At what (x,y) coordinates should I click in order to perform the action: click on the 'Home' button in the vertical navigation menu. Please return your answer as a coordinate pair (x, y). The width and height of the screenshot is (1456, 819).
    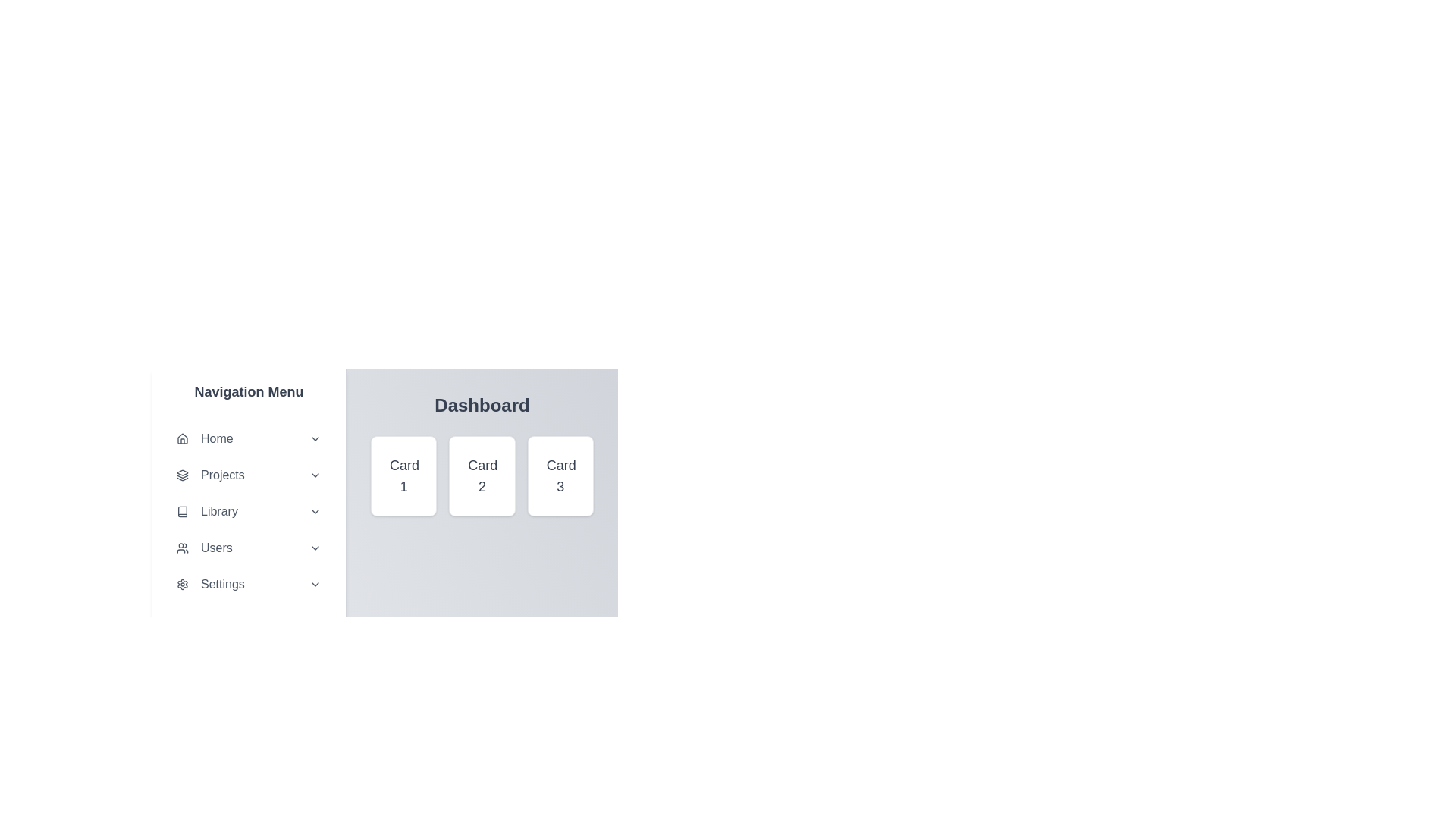
    Looking at the image, I should click on (249, 438).